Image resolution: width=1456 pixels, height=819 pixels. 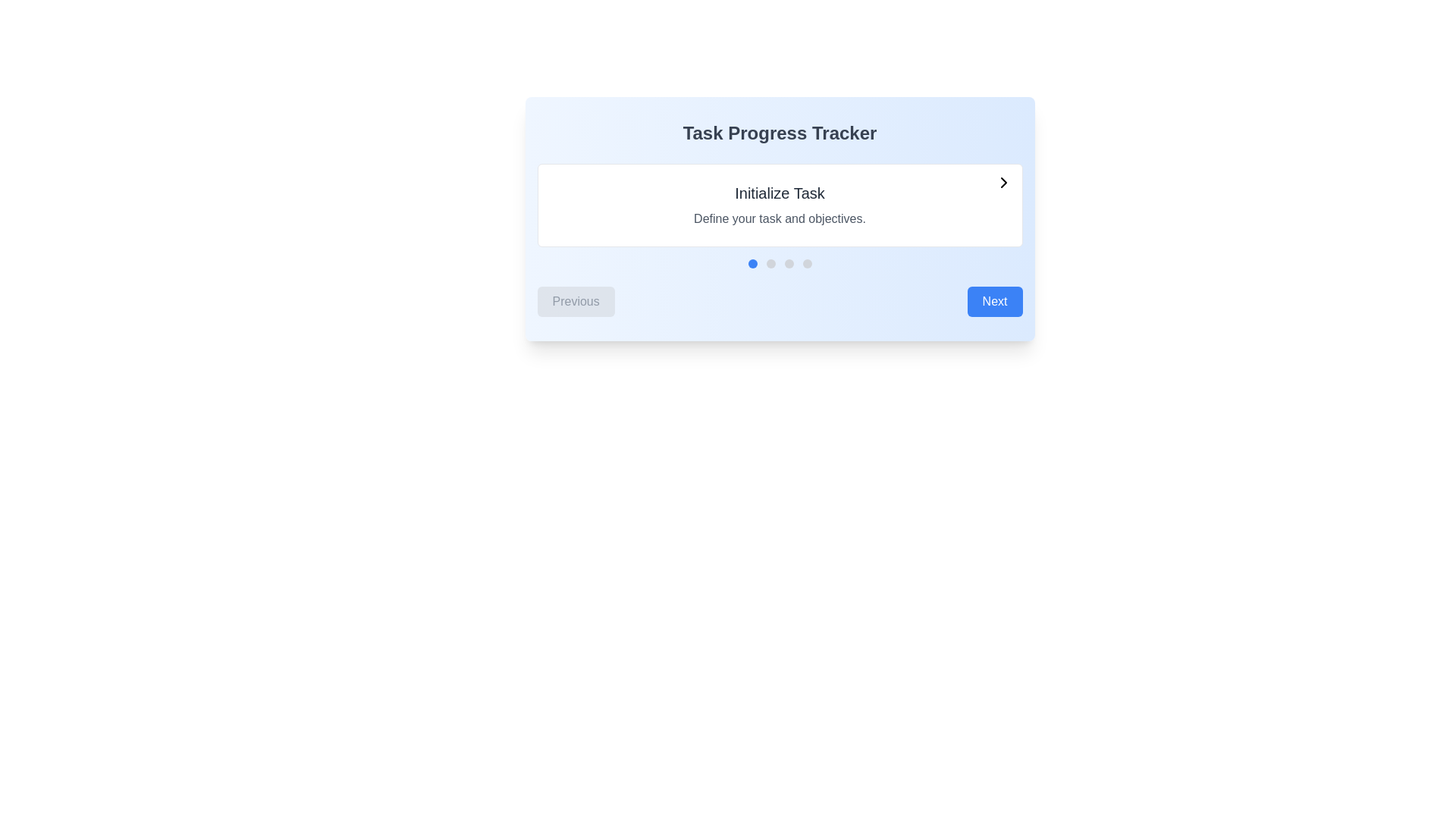 What do you see at coordinates (770, 262) in the screenshot?
I see `the second dot from the left in the progress tracker indicator, which is located under the 'Initialize Task' area` at bounding box center [770, 262].